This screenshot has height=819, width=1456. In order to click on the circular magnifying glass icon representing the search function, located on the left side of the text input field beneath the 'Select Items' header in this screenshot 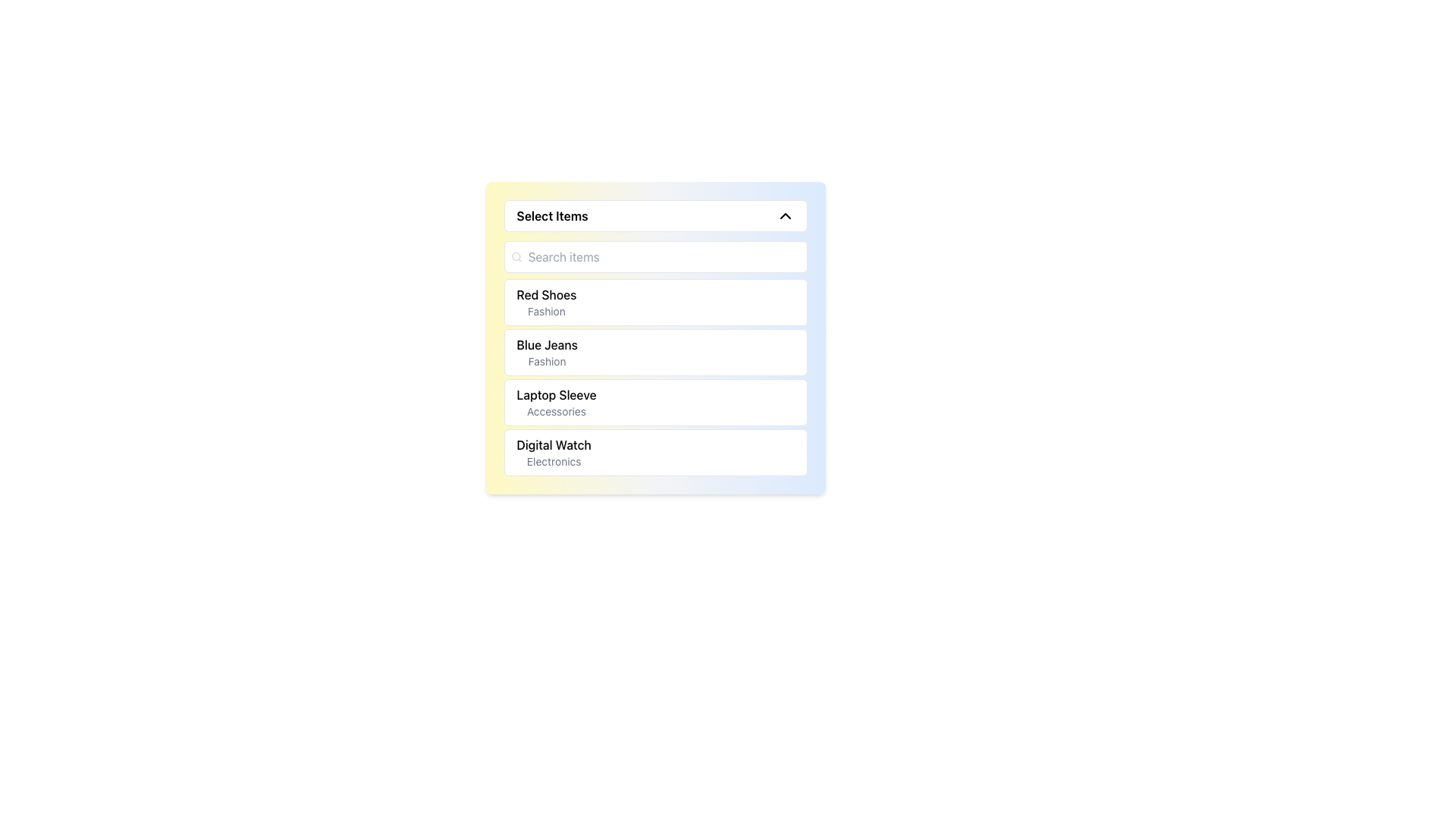, I will do `click(516, 256)`.